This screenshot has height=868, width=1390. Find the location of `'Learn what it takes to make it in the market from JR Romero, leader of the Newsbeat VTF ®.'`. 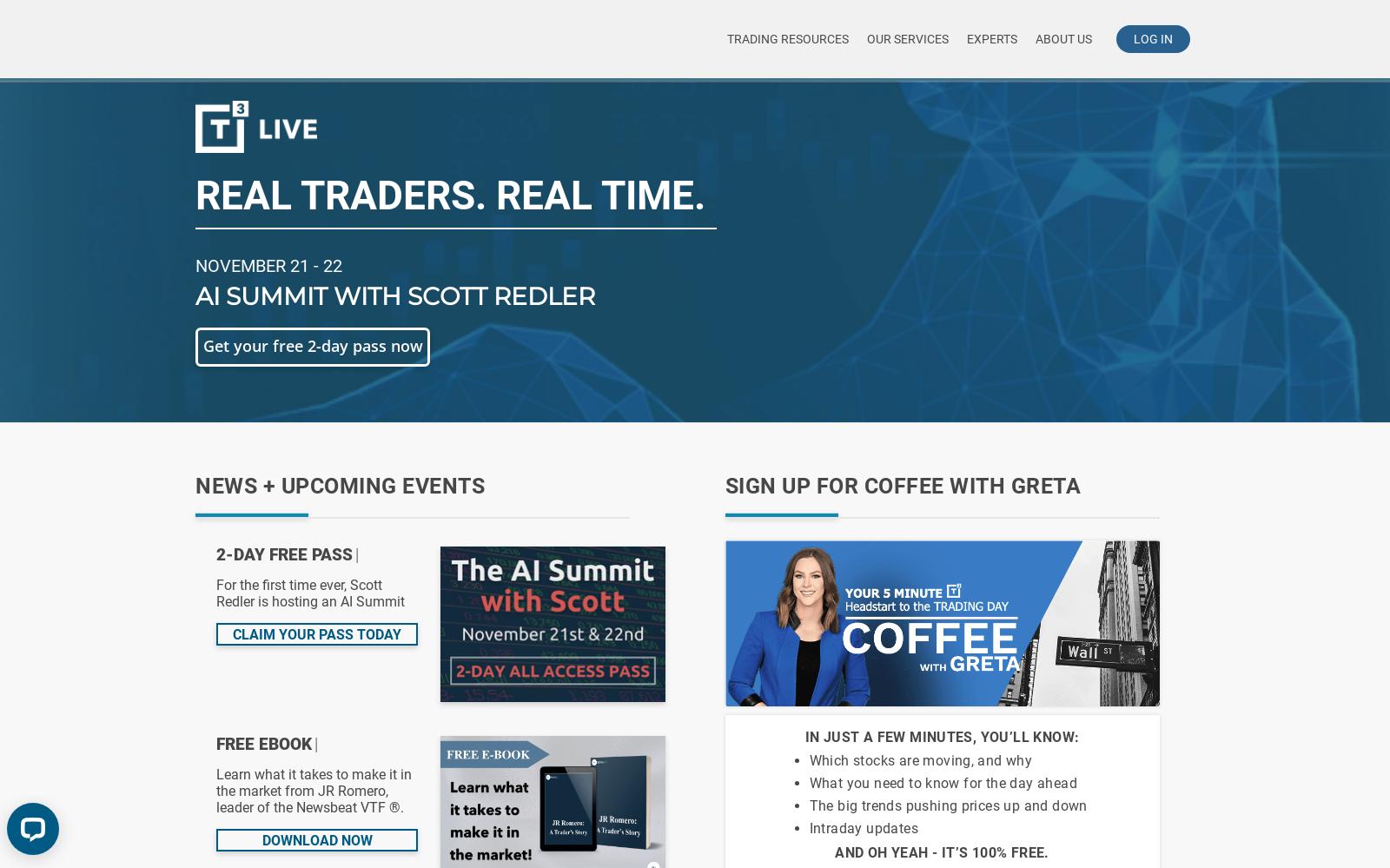

'Learn what it takes to make it in the market from JR Romero, leader of the Newsbeat VTF ®.' is located at coordinates (314, 791).